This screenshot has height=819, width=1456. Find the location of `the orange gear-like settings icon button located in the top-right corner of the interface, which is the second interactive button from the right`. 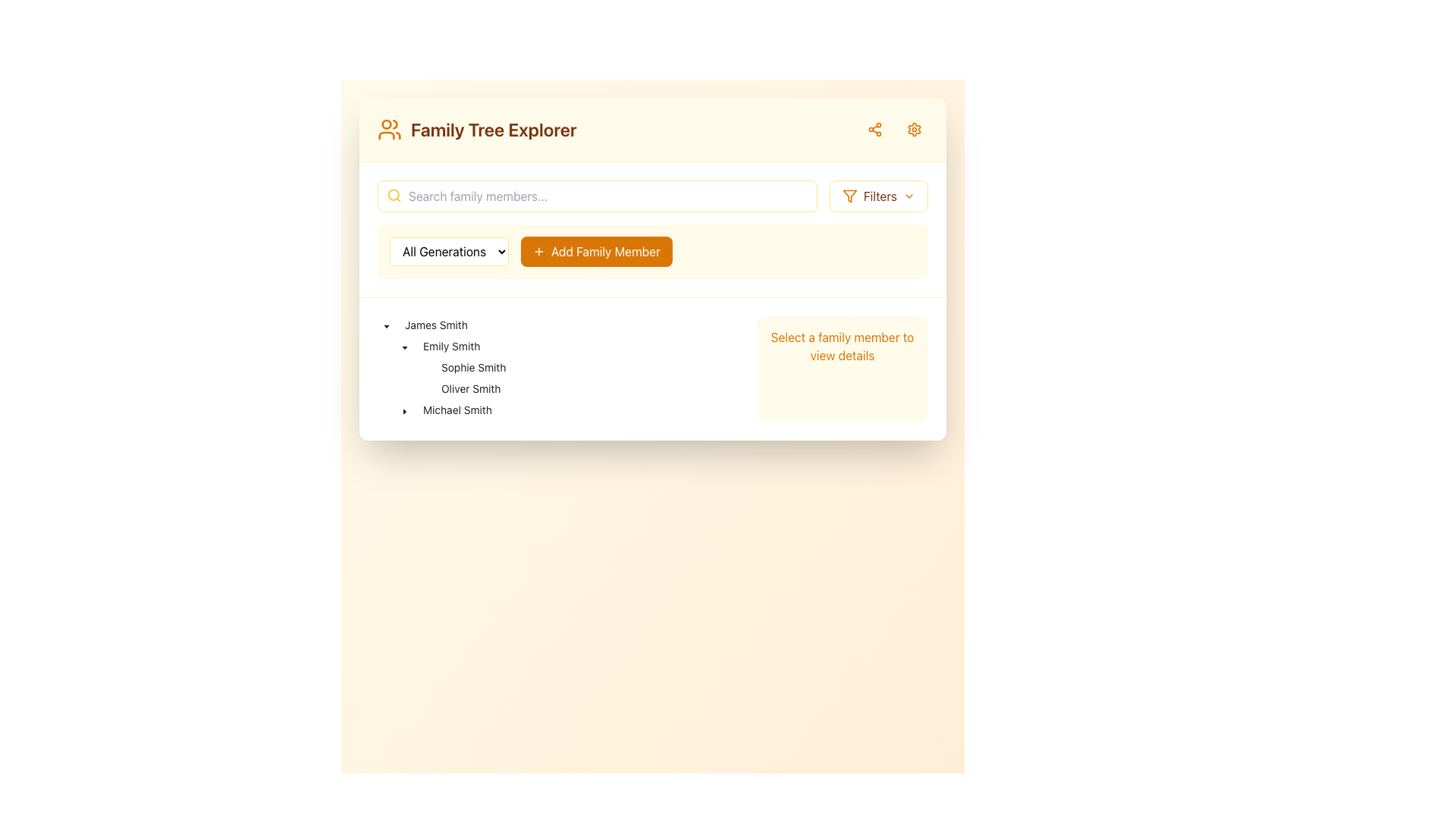

the orange gear-like settings icon button located in the top-right corner of the interface, which is the second interactive button from the right is located at coordinates (913, 128).